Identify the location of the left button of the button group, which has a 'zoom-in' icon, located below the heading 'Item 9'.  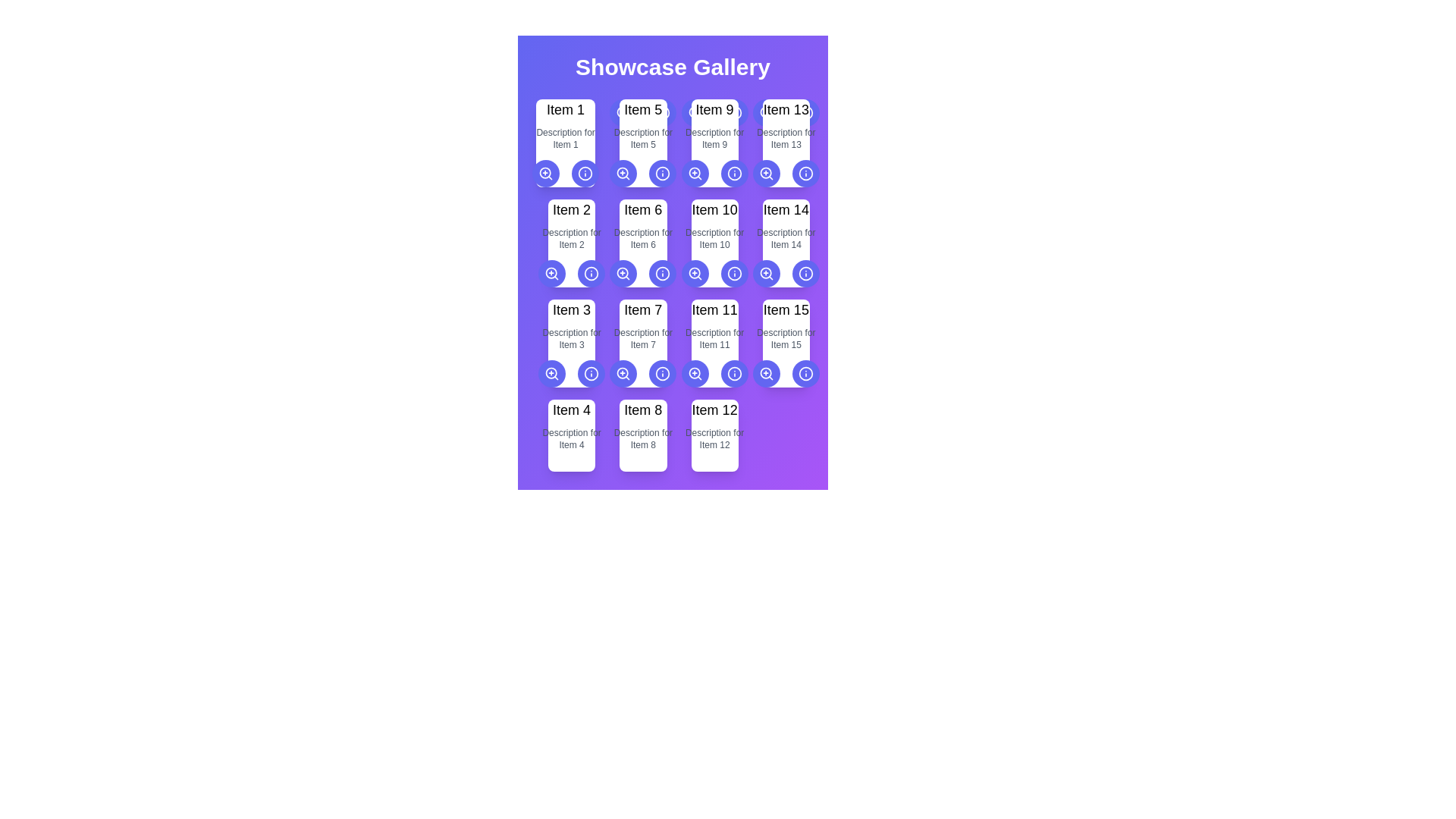
(713, 112).